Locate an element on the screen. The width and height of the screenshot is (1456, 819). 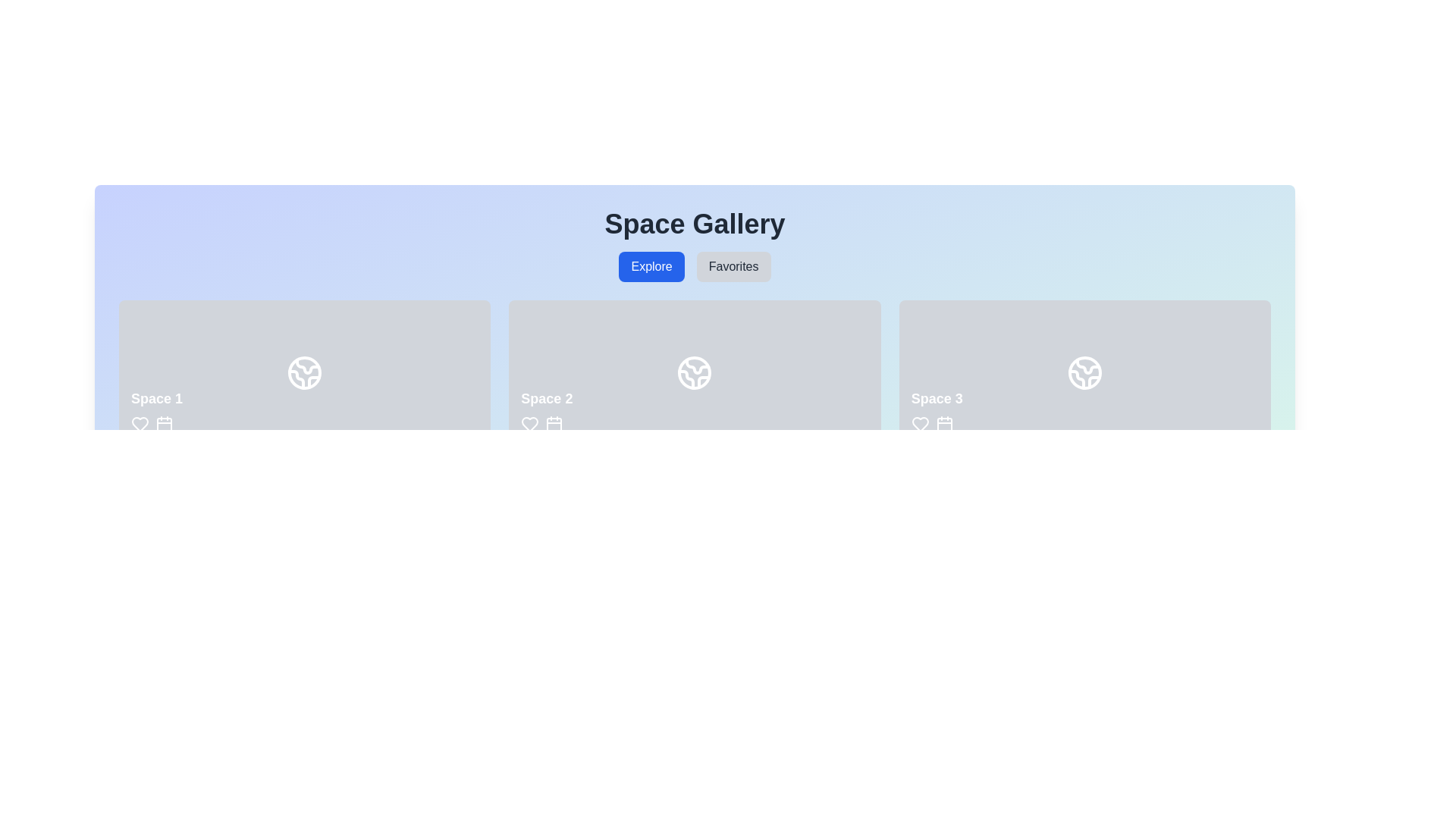
the gallery item labeled 'Space 1', which is the first card in a grid layout located at the top-left corner is located at coordinates (304, 373).